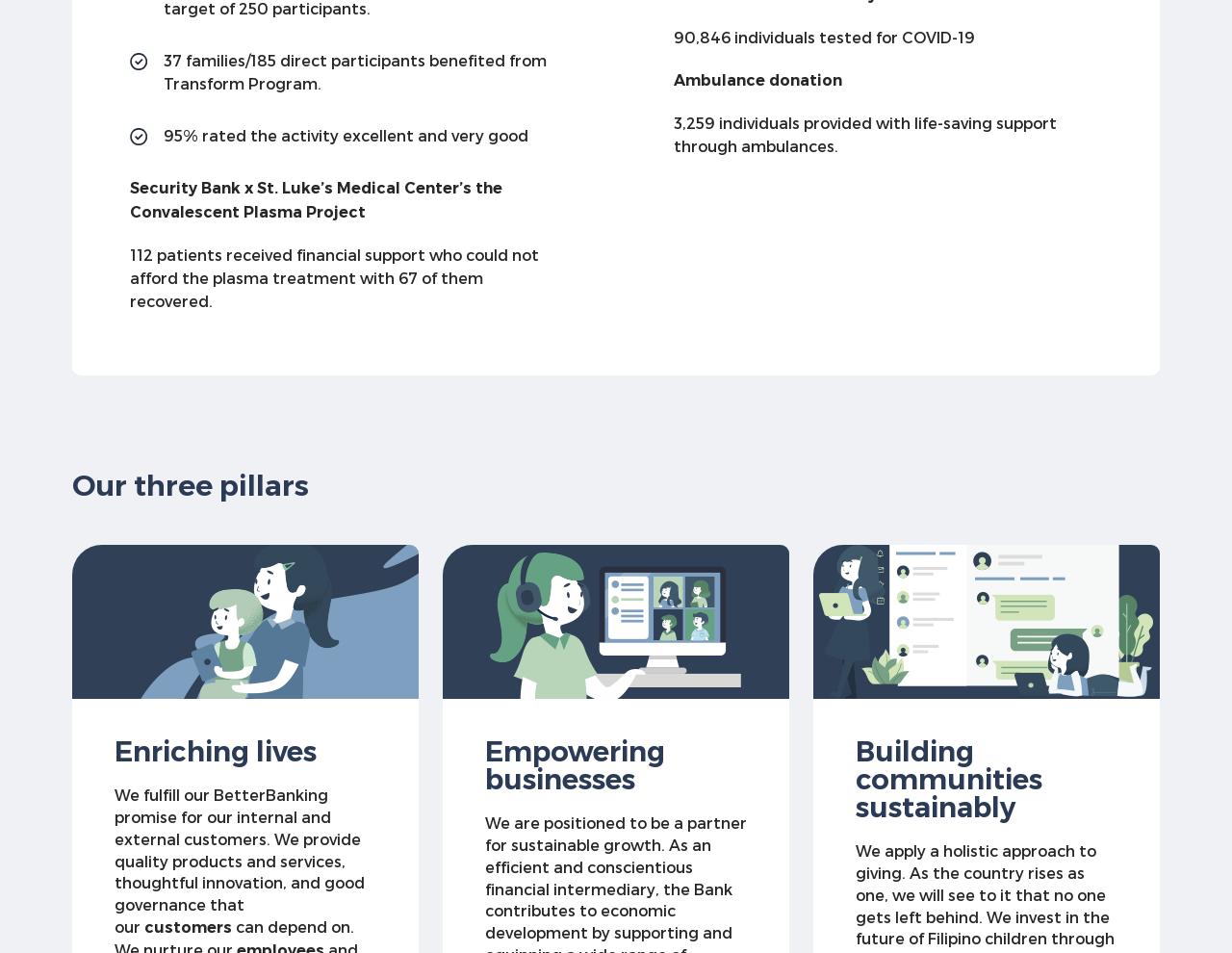 The width and height of the screenshot is (1232, 953). What do you see at coordinates (188, 927) in the screenshot?
I see `'customers'` at bounding box center [188, 927].